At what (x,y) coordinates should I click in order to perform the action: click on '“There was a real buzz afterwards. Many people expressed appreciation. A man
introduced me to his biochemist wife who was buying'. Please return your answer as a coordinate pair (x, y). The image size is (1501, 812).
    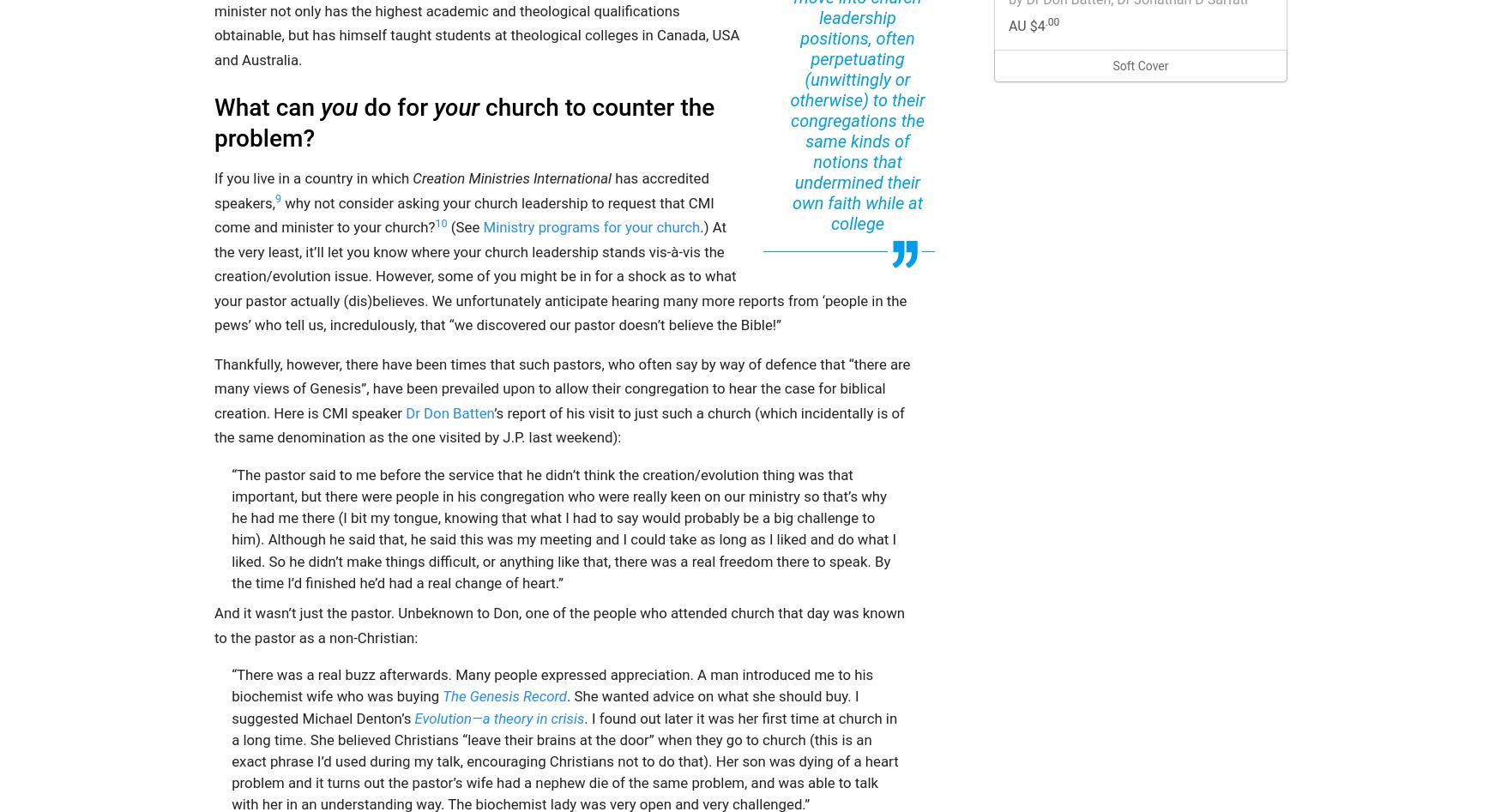
    Looking at the image, I should click on (552, 685).